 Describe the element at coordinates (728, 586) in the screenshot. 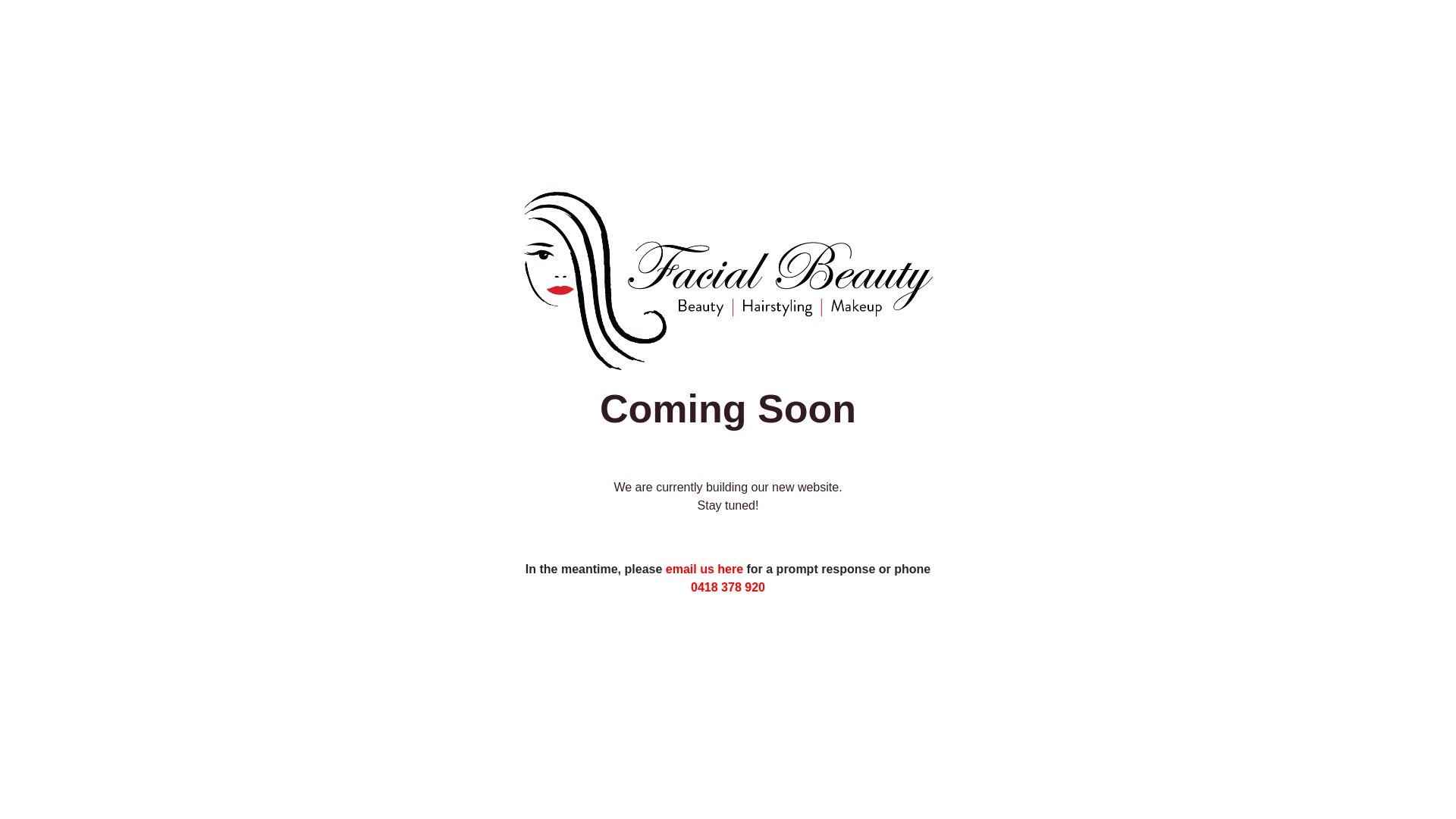

I see `'0418 378 920'` at that location.